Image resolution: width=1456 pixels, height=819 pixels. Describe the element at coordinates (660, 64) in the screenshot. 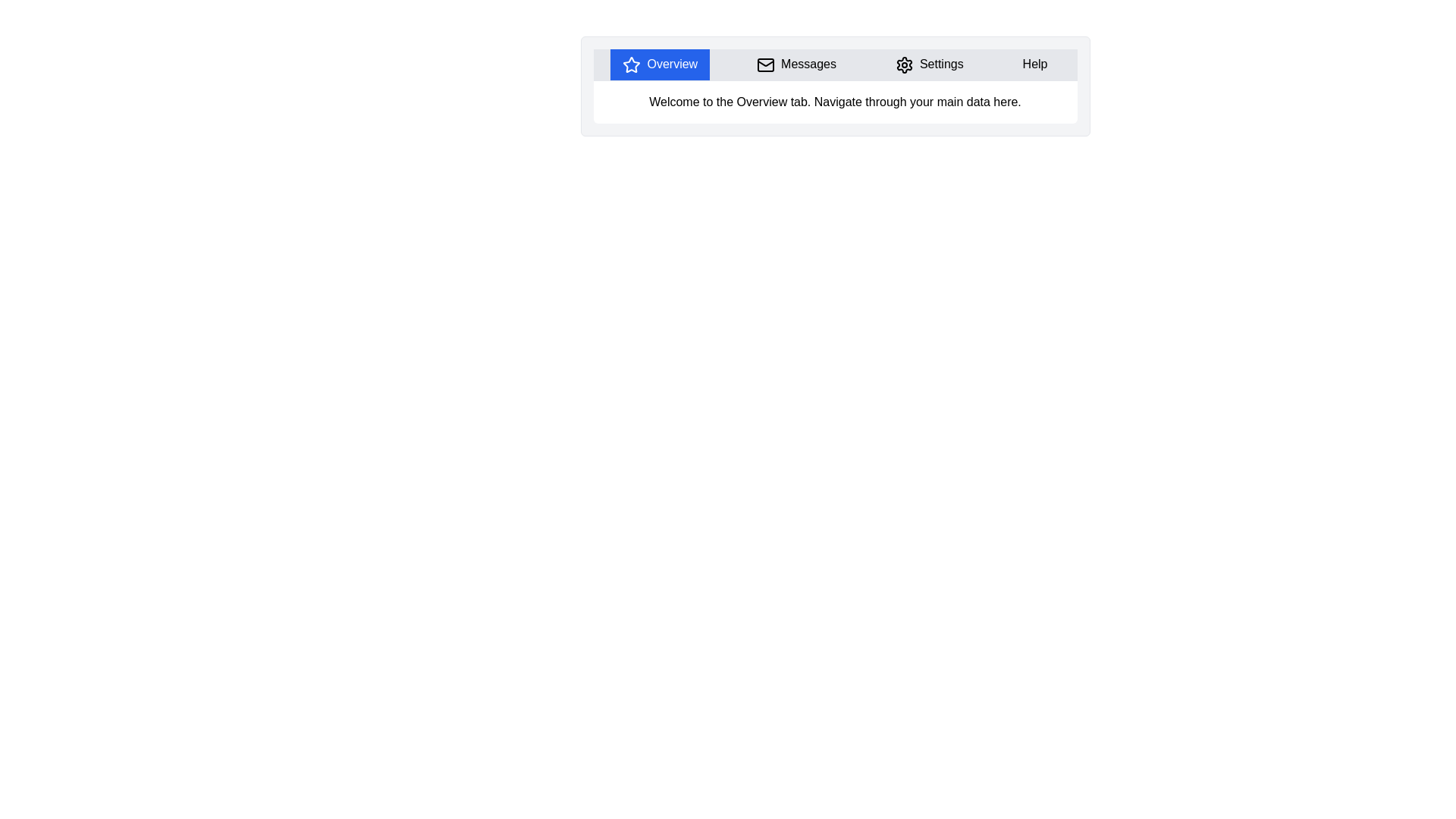

I see `the tab labeled Overview to observe its hover effects` at that location.